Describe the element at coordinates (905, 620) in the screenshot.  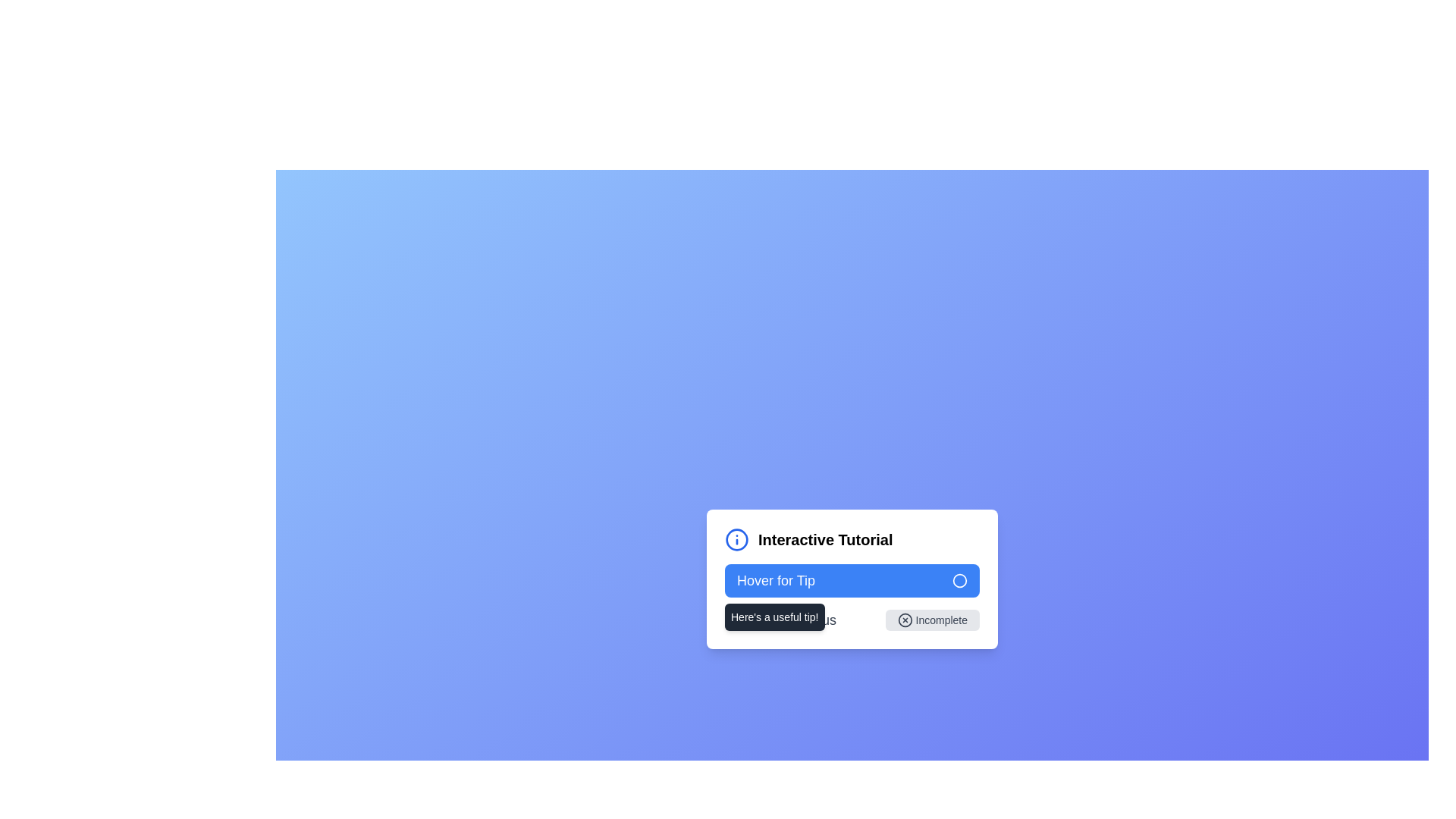
I see `the circular SVG graphic element that likely indicates a cancel, close, or error state` at that location.